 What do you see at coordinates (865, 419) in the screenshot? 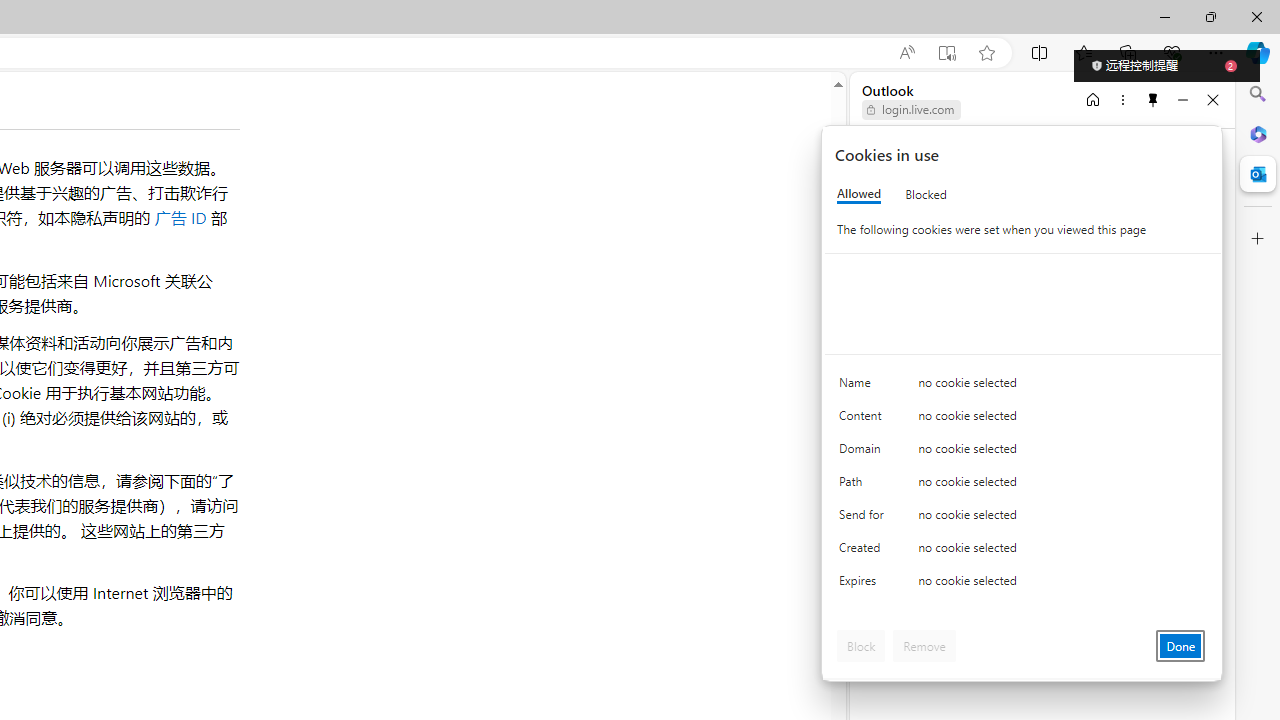
I see `'Content'` at bounding box center [865, 419].